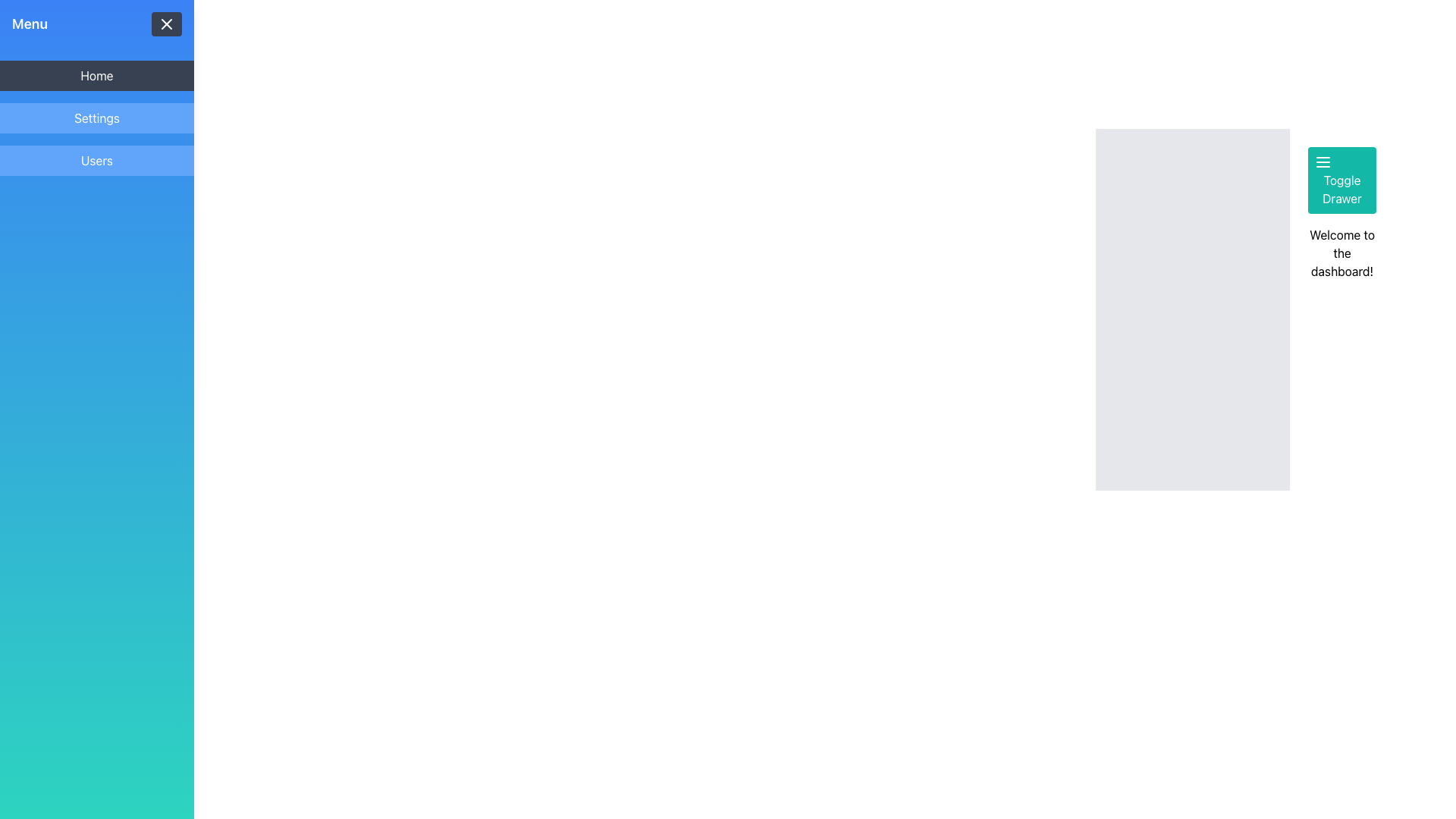 Image resolution: width=1456 pixels, height=819 pixels. Describe the element at coordinates (1323, 162) in the screenshot. I see `the icon composed of three horizontal lines located in the top-left corner of the 'Toggle Drawer' button with a teal background` at that location.